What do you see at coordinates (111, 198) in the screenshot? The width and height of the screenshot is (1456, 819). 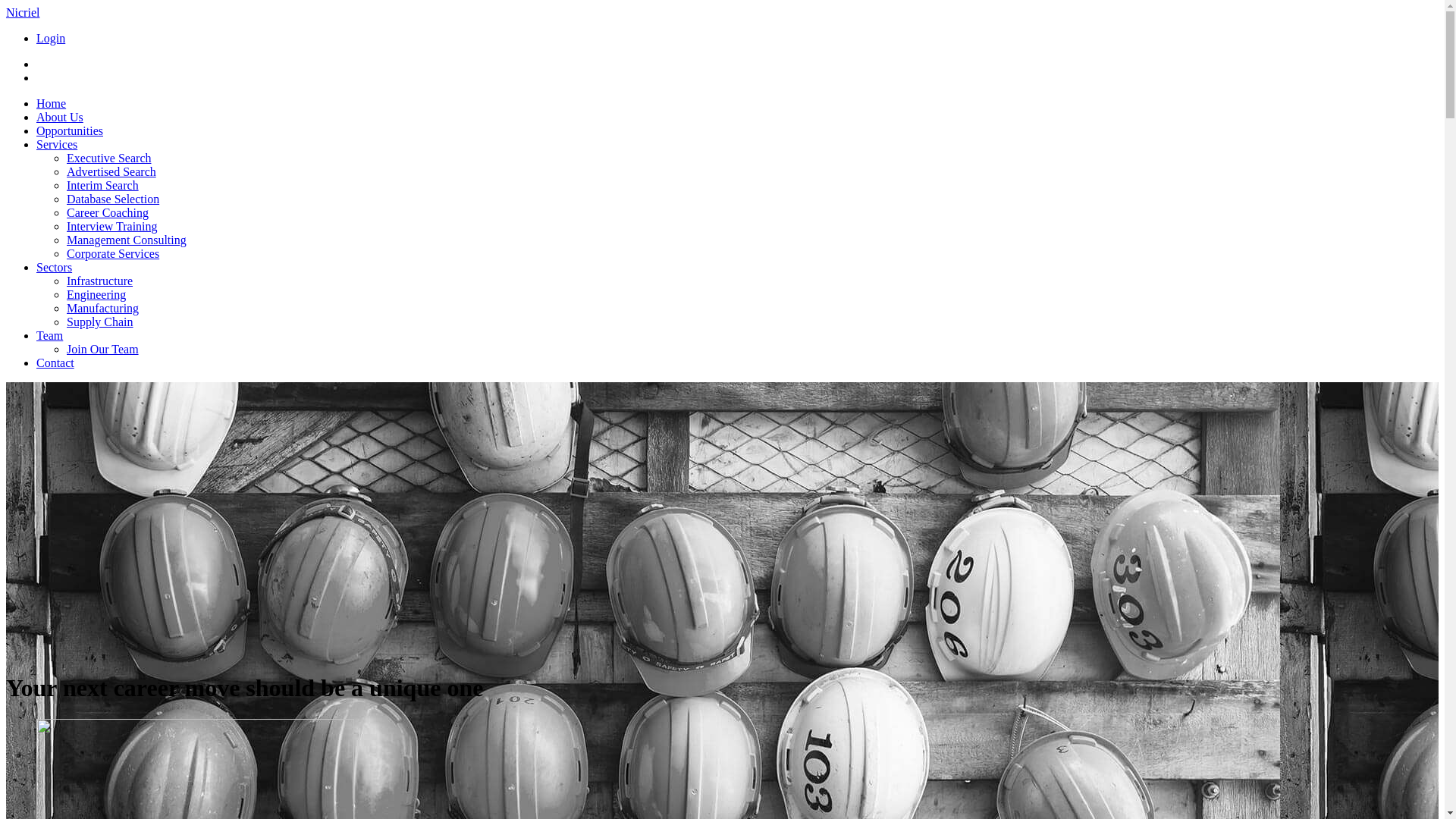 I see `'Database Selection'` at bounding box center [111, 198].